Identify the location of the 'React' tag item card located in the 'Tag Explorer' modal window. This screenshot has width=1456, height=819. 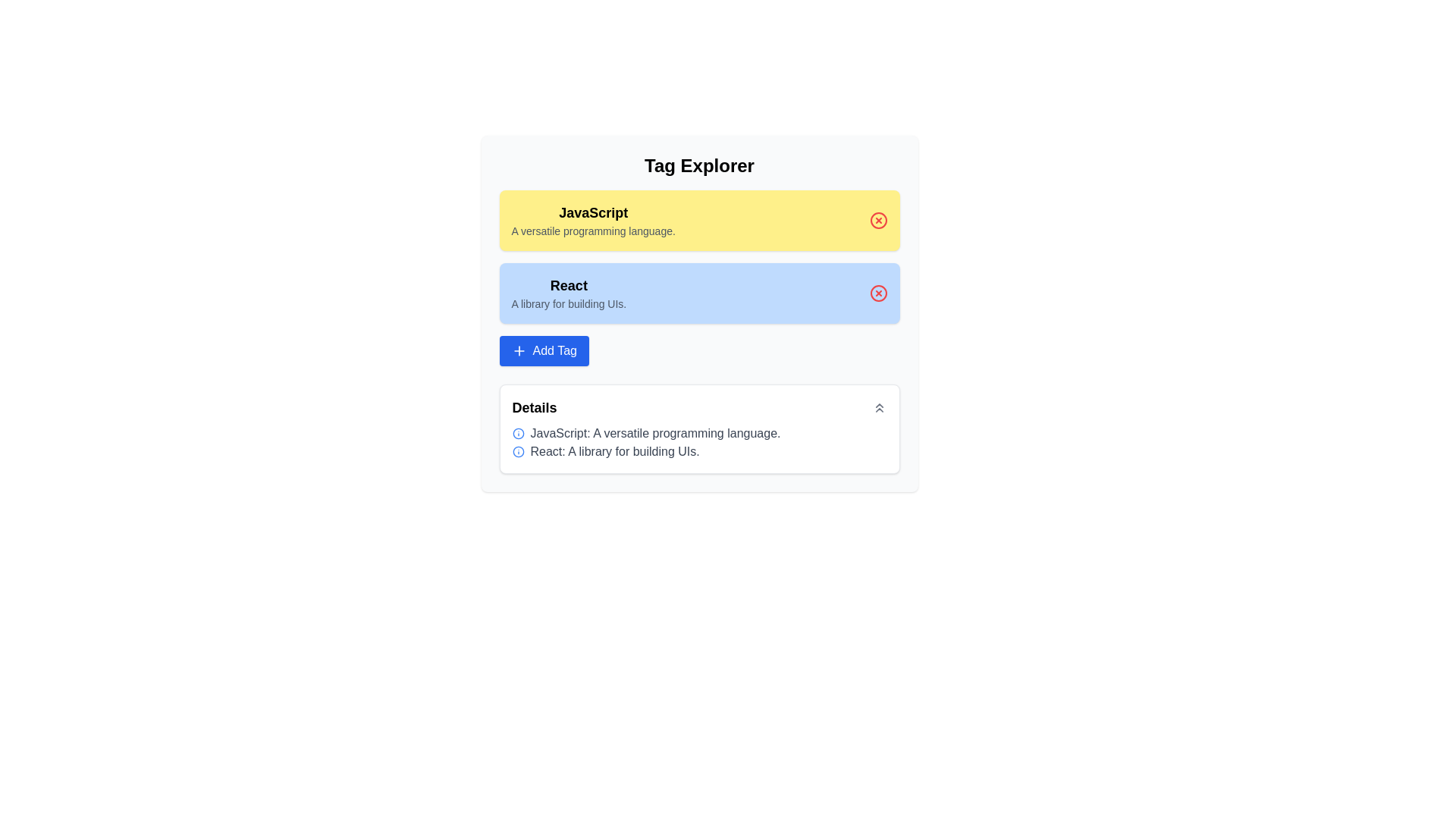
(698, 312).